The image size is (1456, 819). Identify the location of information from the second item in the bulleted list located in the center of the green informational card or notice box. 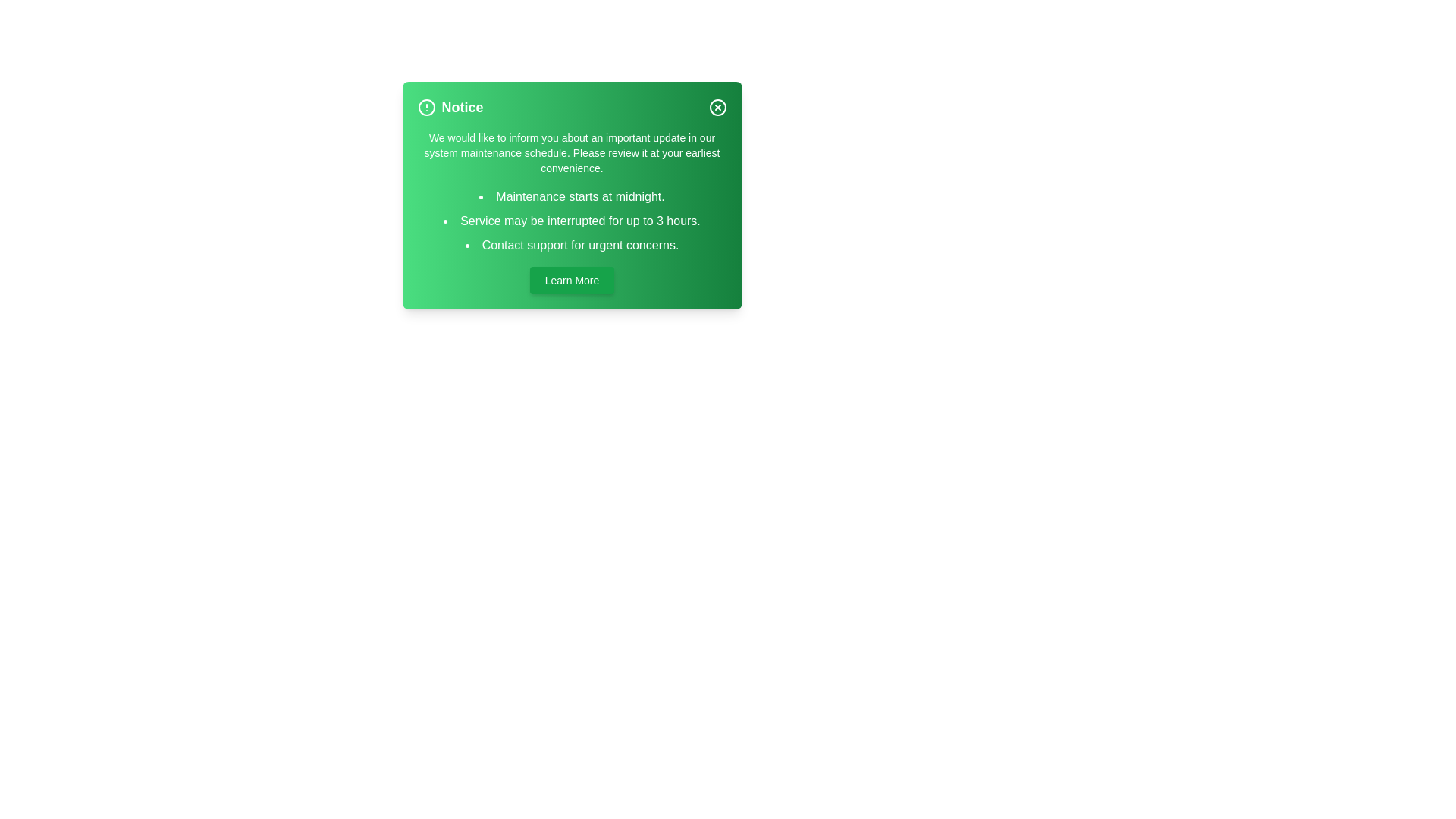
(571, 221).